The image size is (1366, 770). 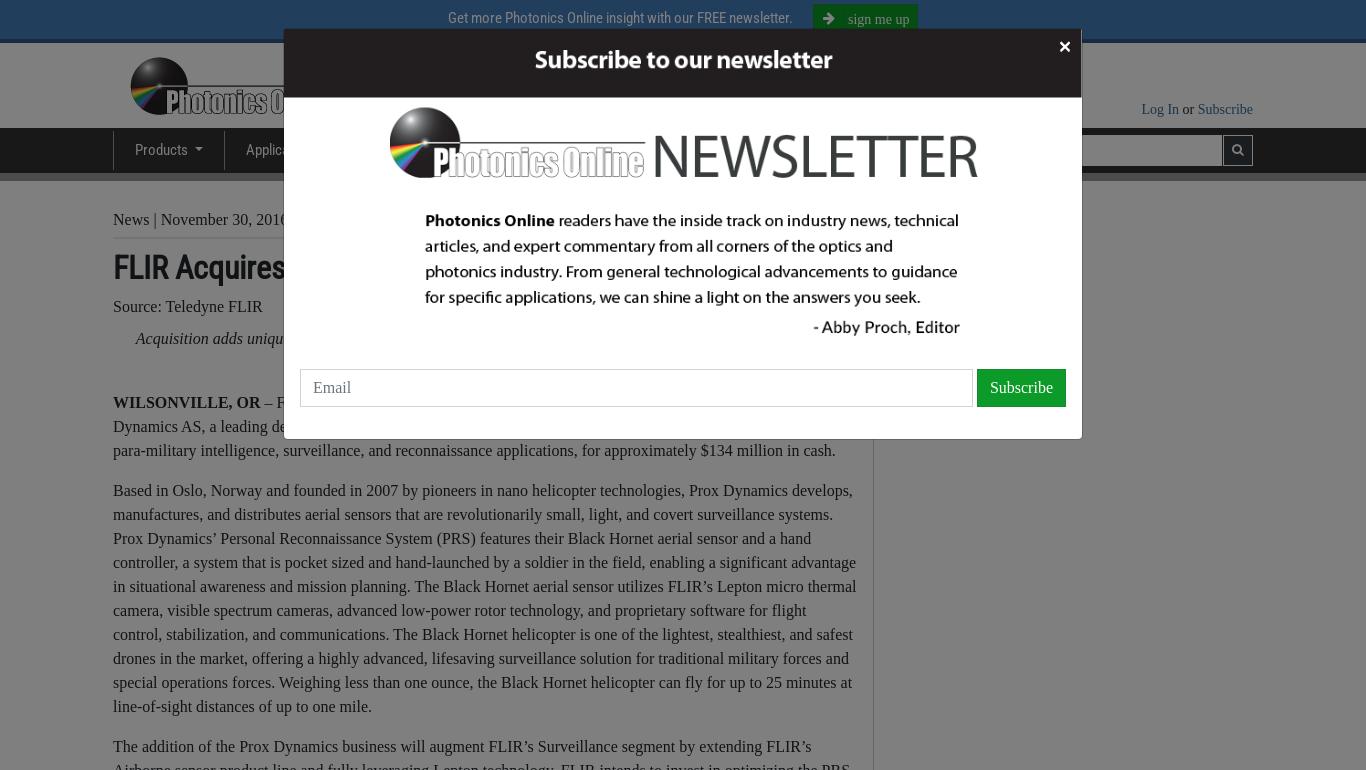 What do you see at coordinates (618, 18) in the screenshot?
I see `'Get more Photonics Online insight with our FREE newsletter.'` at bounding box center [618, 18].